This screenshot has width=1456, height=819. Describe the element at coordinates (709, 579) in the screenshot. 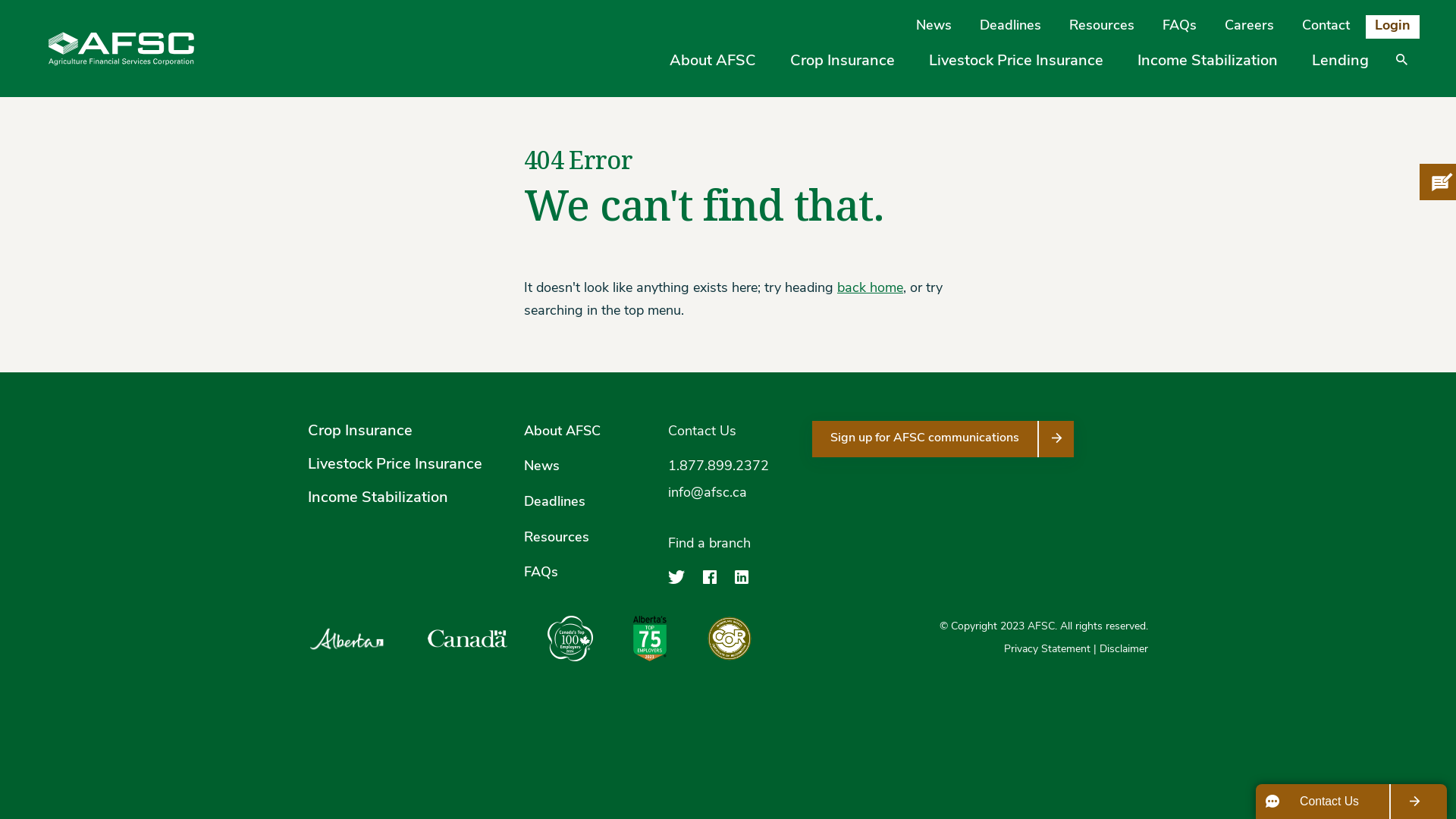

I see `'Agriculture Financial Services Corporation on Facebook'` at that location.